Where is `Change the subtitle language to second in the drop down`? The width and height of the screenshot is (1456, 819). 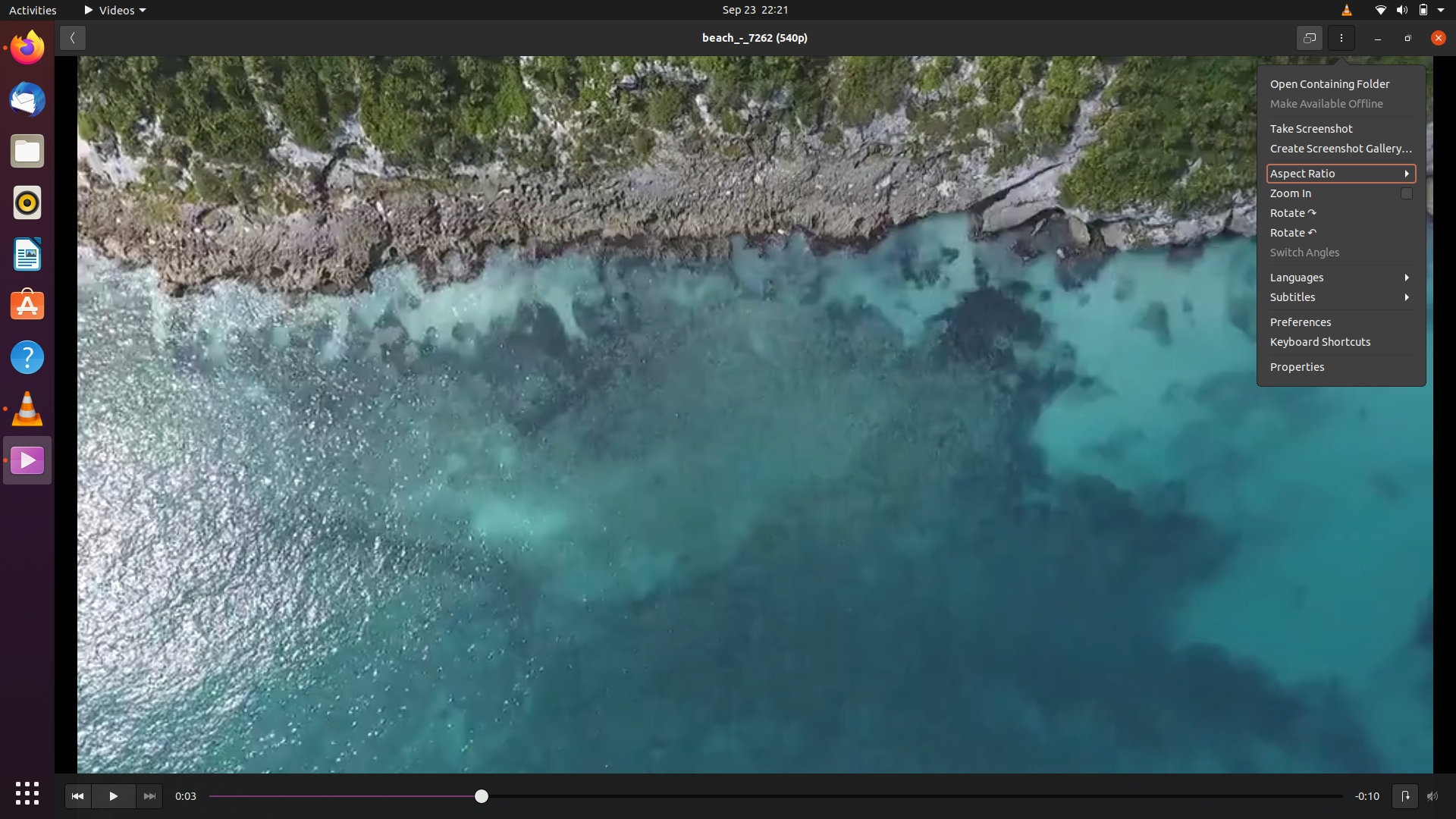
Change the subtitle language to second in the drop down is located at coordinates (1343, 297).